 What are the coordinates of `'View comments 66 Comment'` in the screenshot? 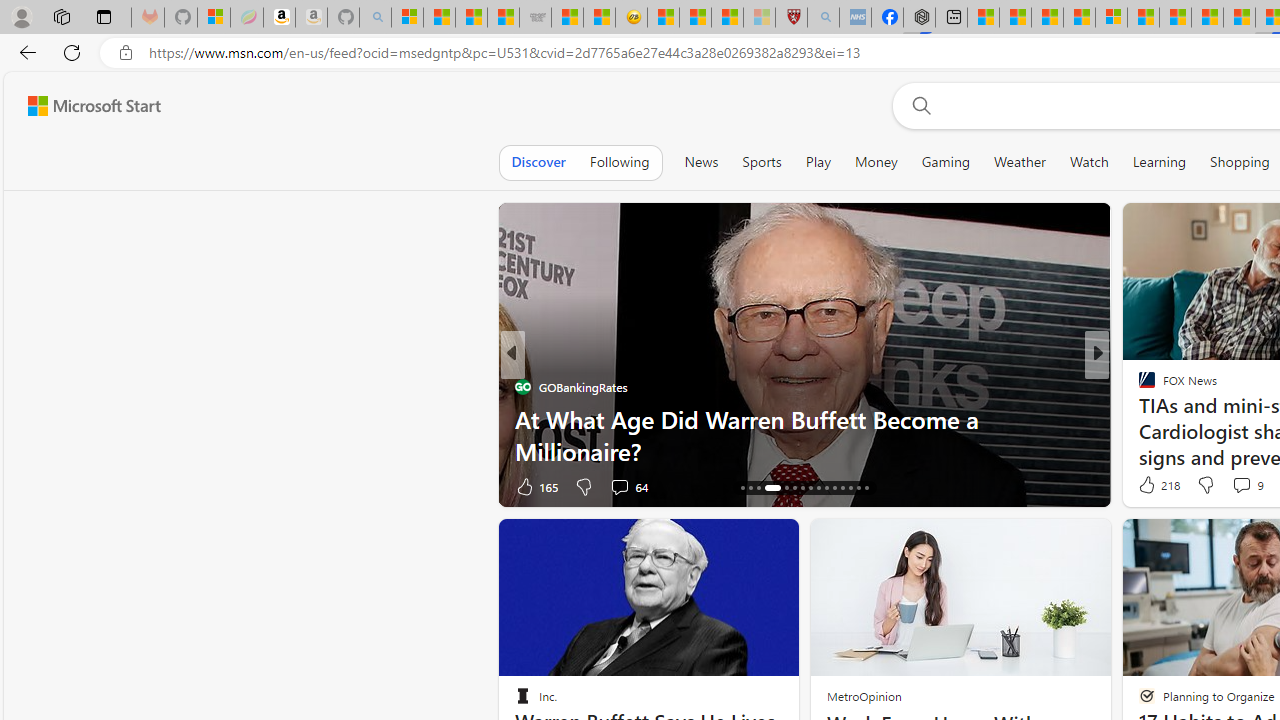 It's located at (1243, 486).